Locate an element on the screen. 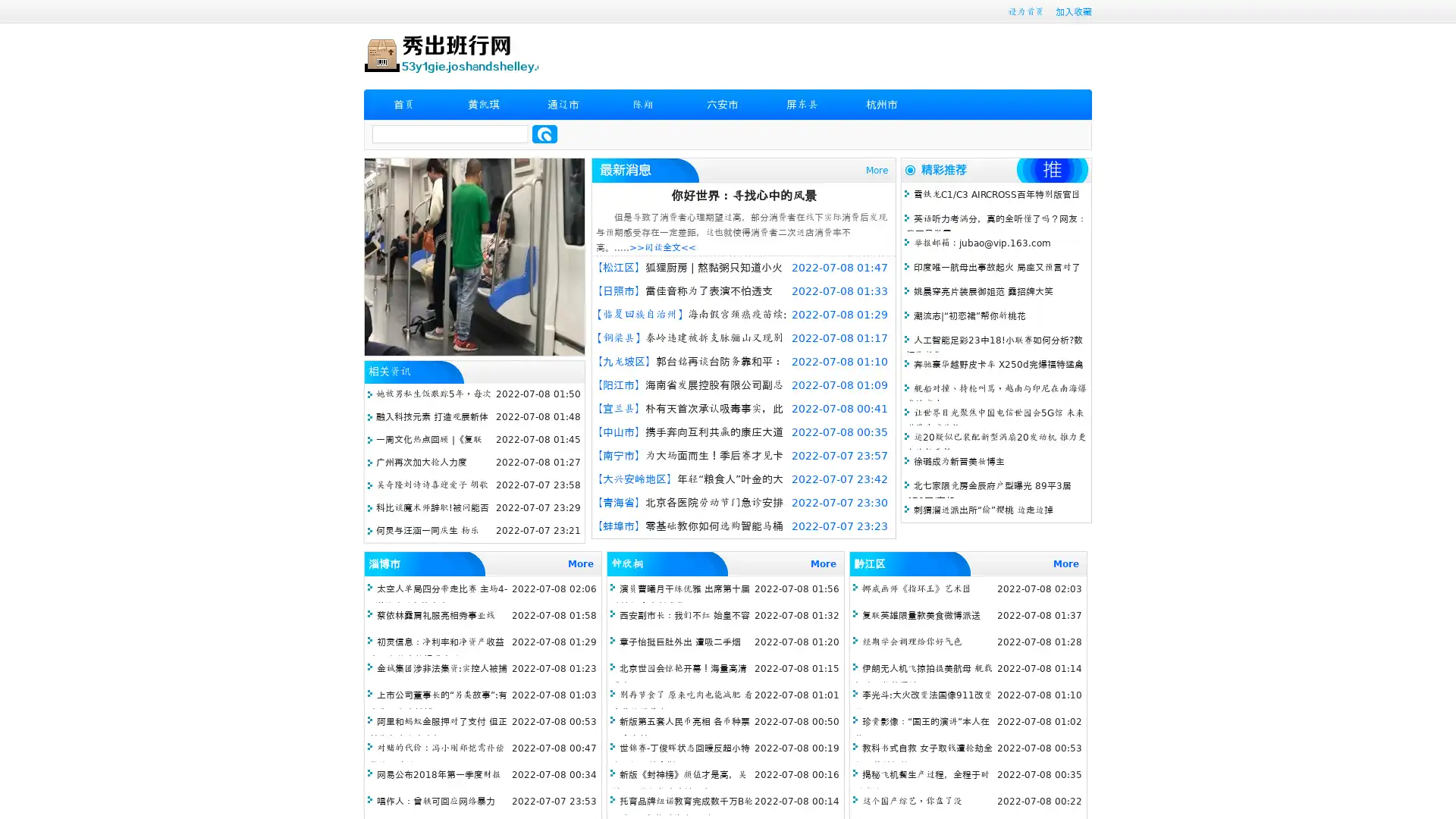  Search is located at coordinates (544, 133).